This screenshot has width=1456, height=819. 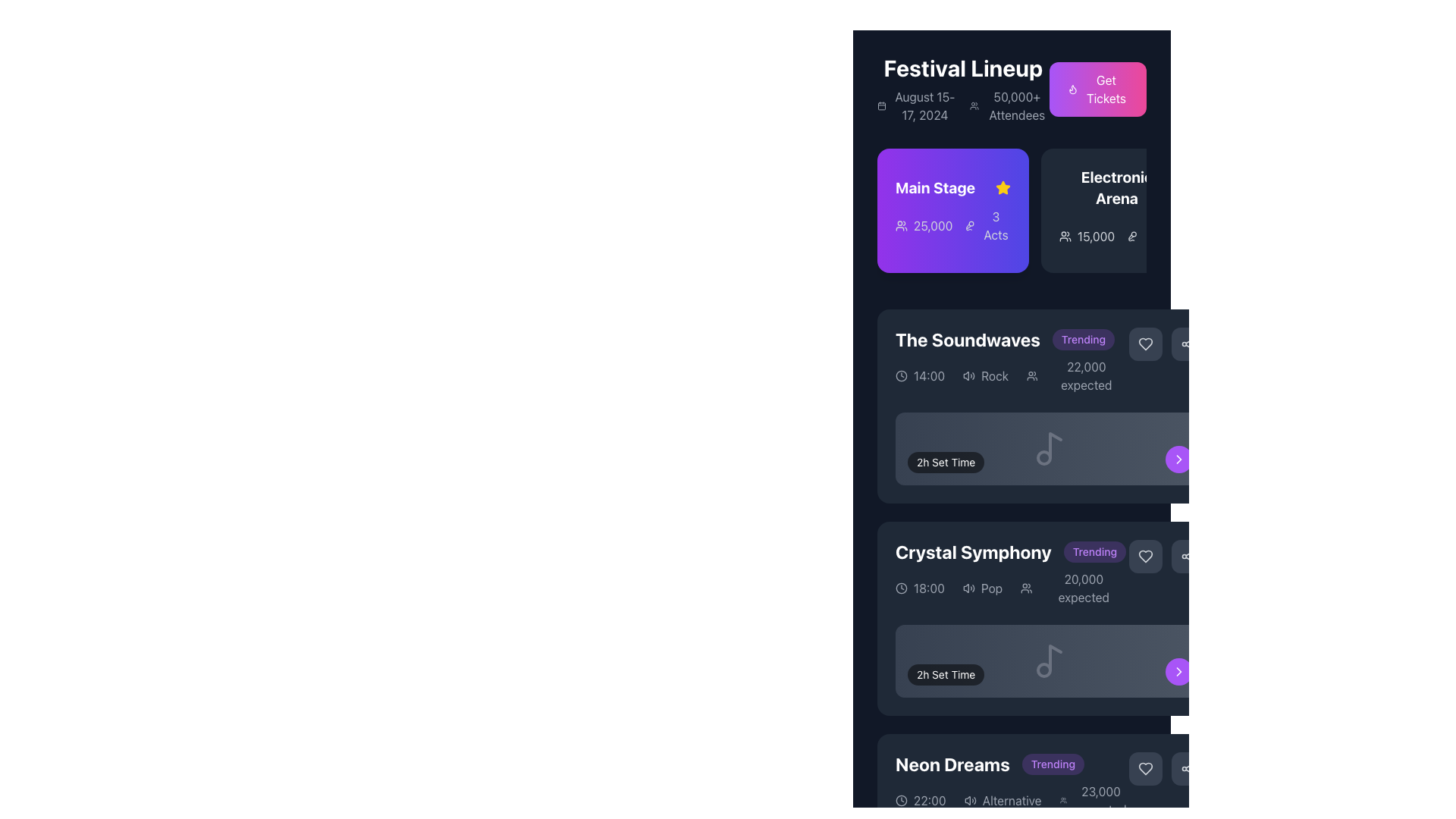 What do you see at coordinates (1012, 375) in the screenshot?
I see `the Informational display row that contains event details such as time, genre, and expected attendees, located in 'The Soundwaves' section` at bounding box center [1012, 375].